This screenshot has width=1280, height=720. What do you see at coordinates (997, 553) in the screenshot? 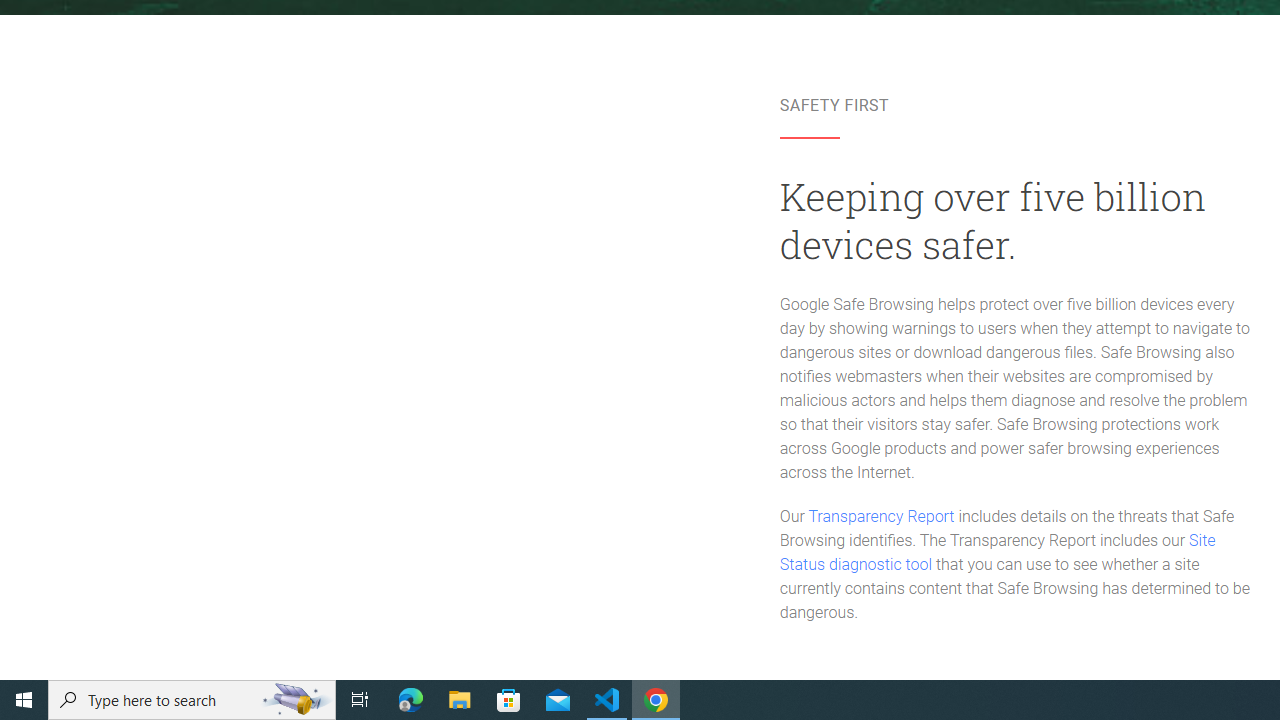
I see `'Site Status diagnostic tool'` at bounding box center [997, 553].